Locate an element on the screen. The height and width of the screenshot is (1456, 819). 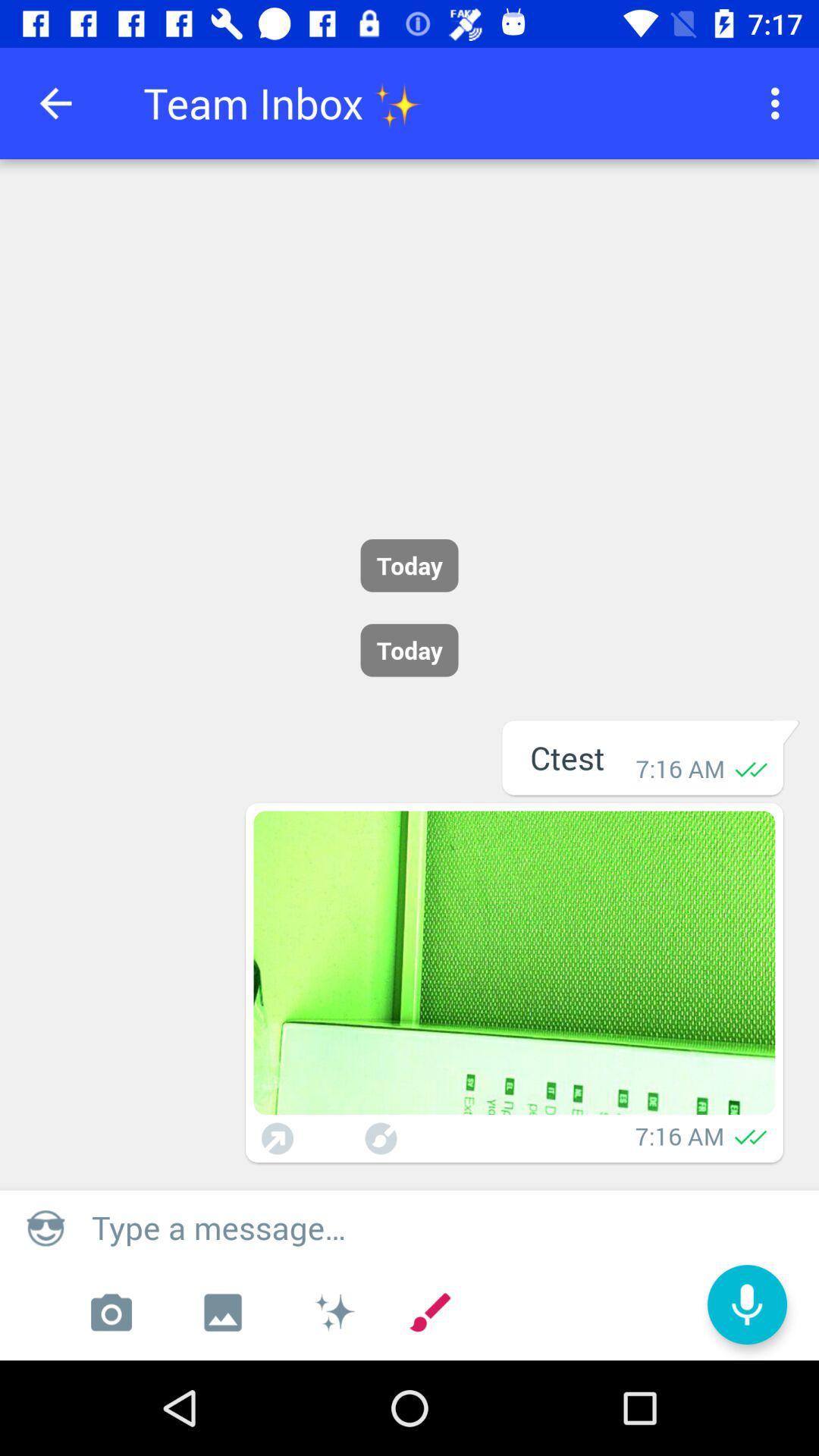
minimize image is located at coordinates (380, 1138).